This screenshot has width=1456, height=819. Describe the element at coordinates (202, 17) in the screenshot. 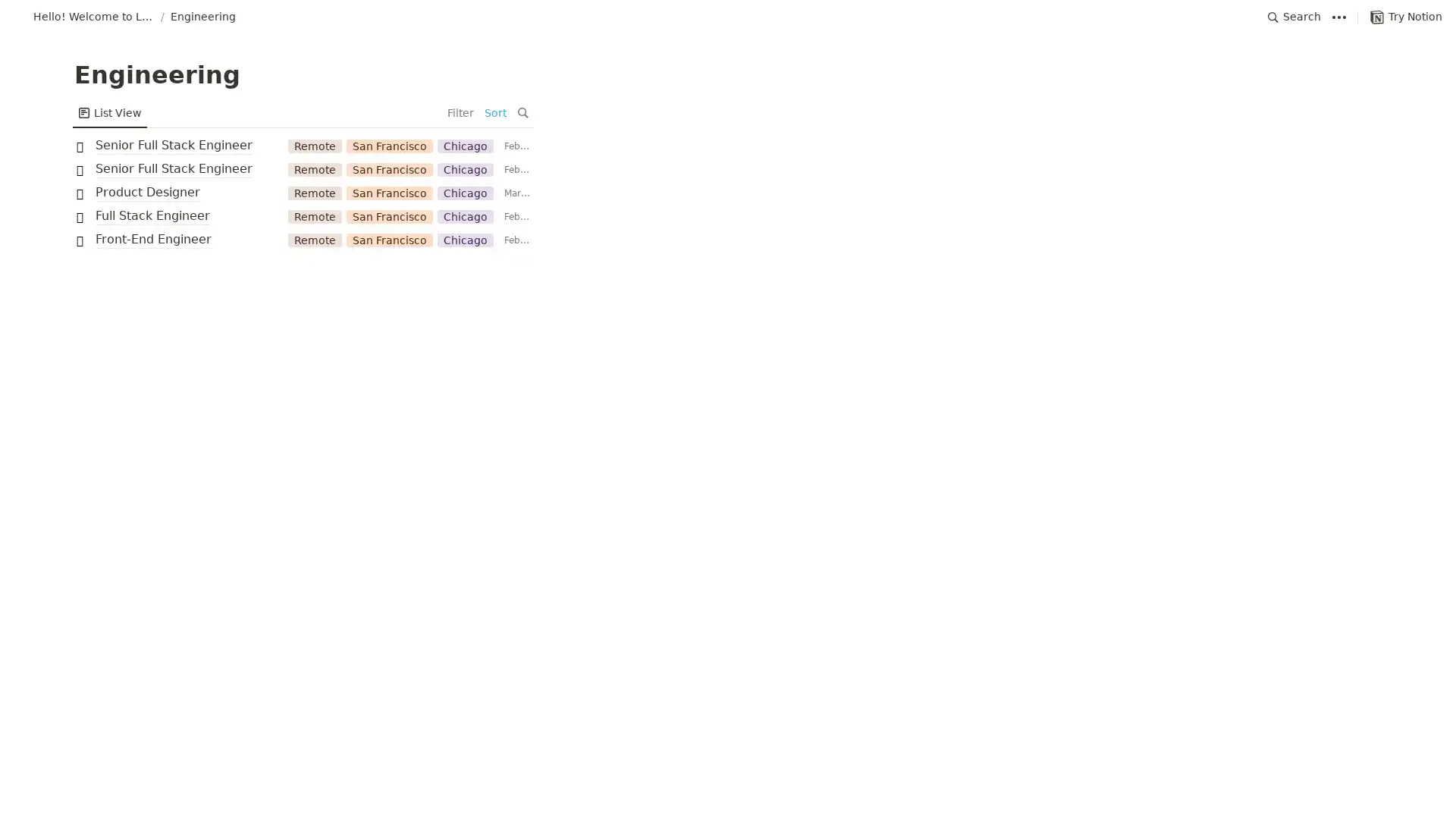

I see `Engineering` at that location.